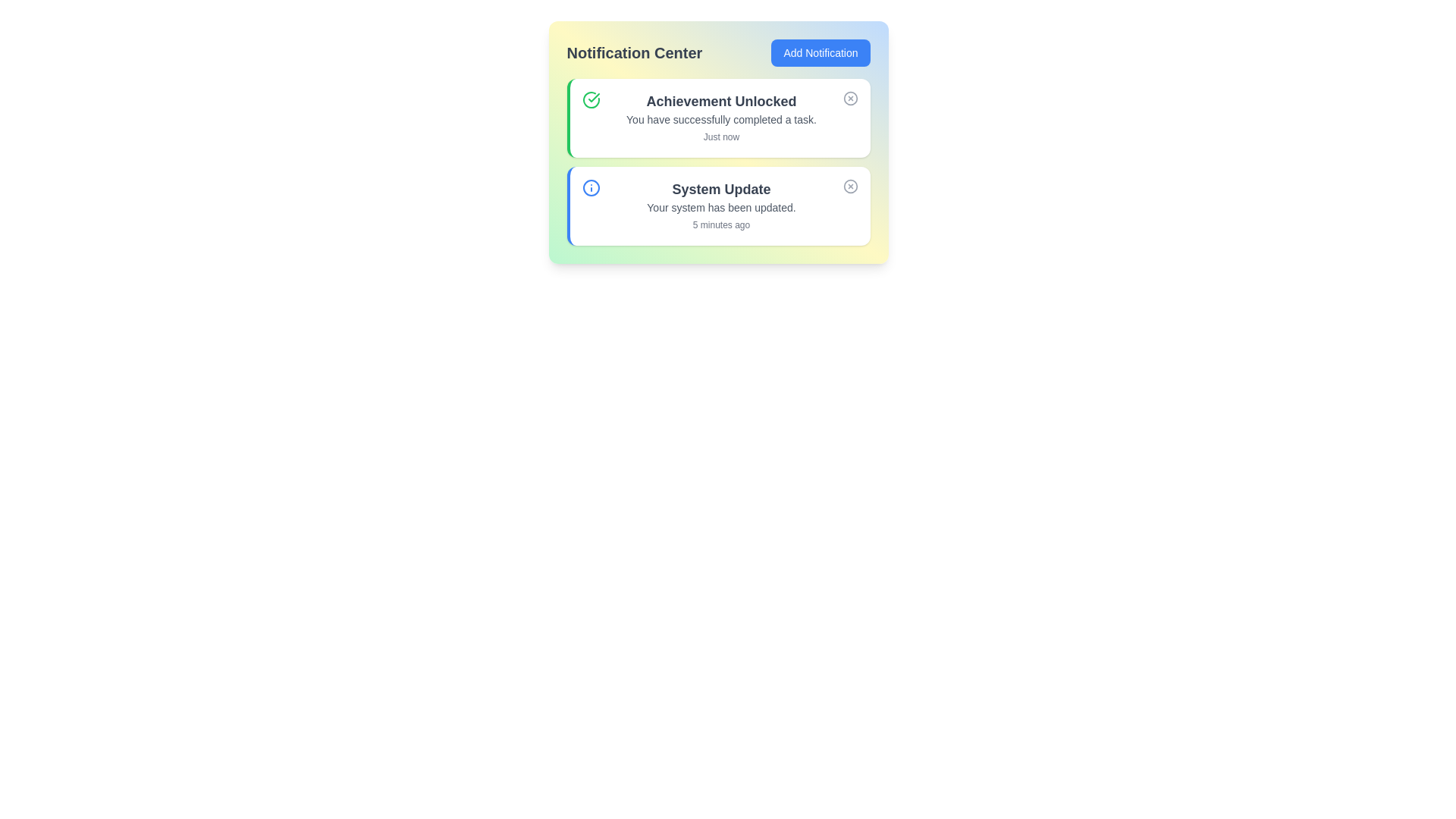 The height and width of the screenshot is (819, 1456). Describe the element at coordinates (590, 187) in the screenshot. I see `the information icon located to the left of the 'System Update' text in the second notification of the notification center to possibly open details` at that location.